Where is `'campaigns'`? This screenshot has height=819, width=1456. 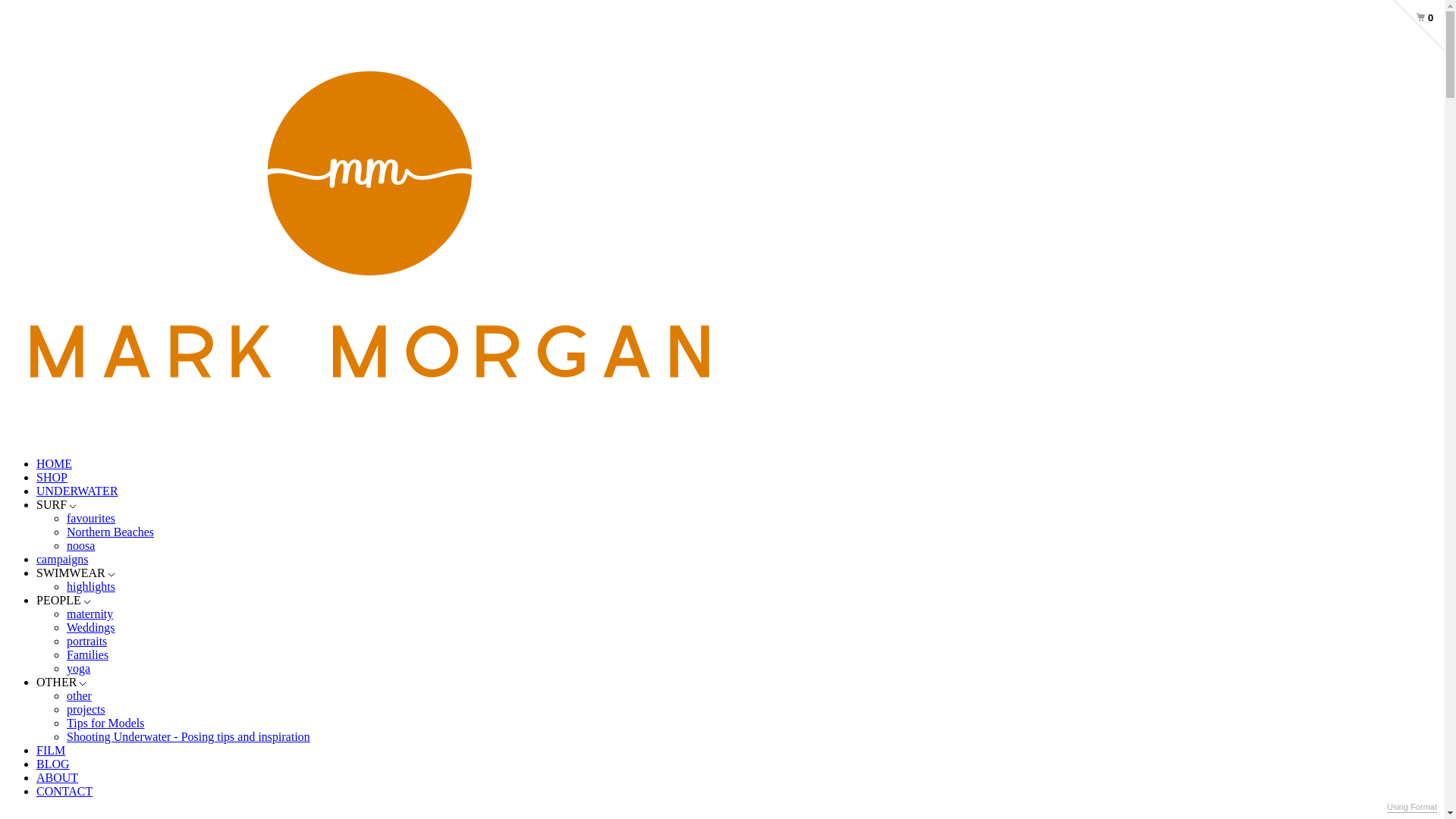 'campaigns' is located at coordinates (61, 559).